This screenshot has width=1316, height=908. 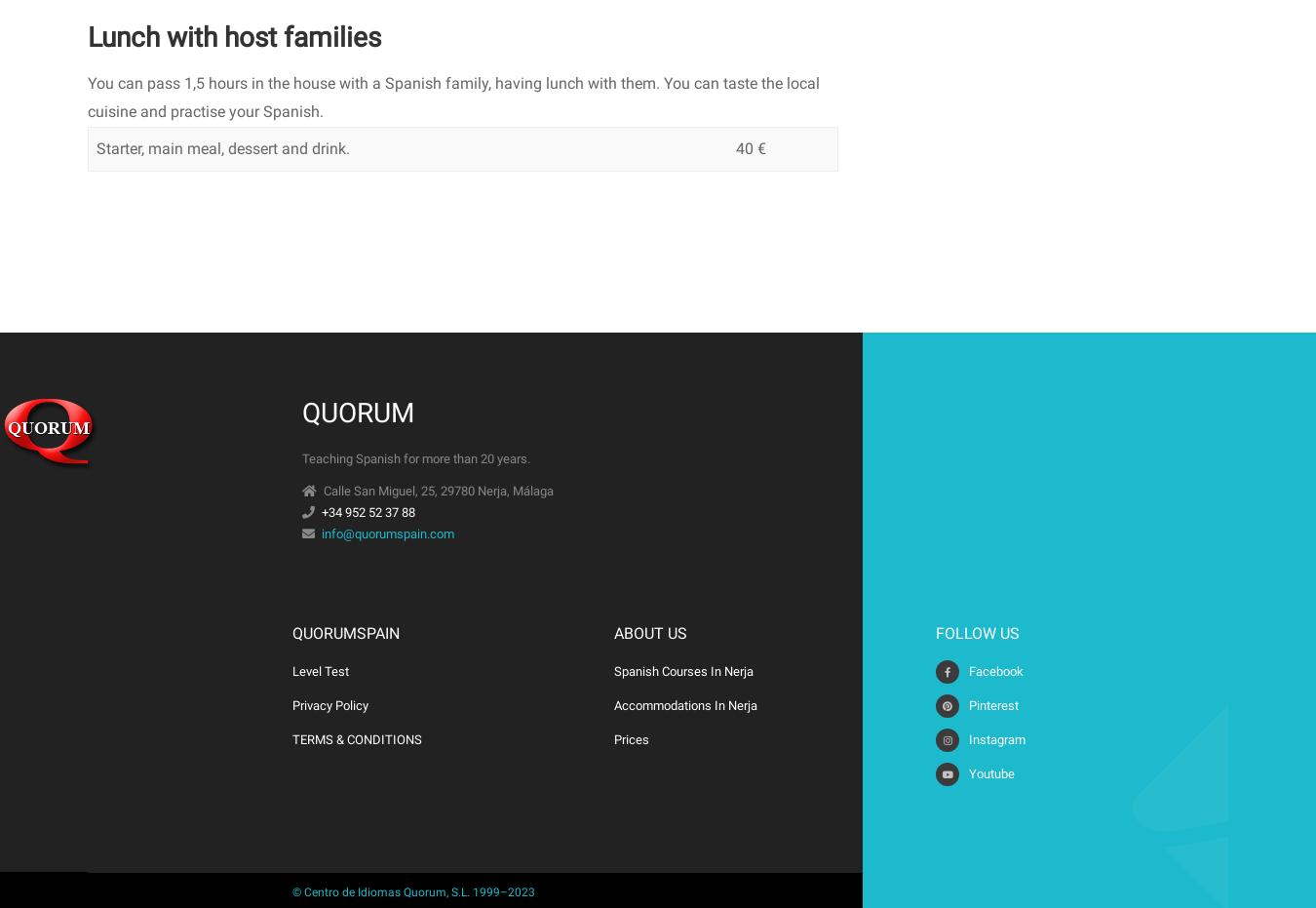 I want to click on 'info@quorumspain.com', so click(x=387, y=532).